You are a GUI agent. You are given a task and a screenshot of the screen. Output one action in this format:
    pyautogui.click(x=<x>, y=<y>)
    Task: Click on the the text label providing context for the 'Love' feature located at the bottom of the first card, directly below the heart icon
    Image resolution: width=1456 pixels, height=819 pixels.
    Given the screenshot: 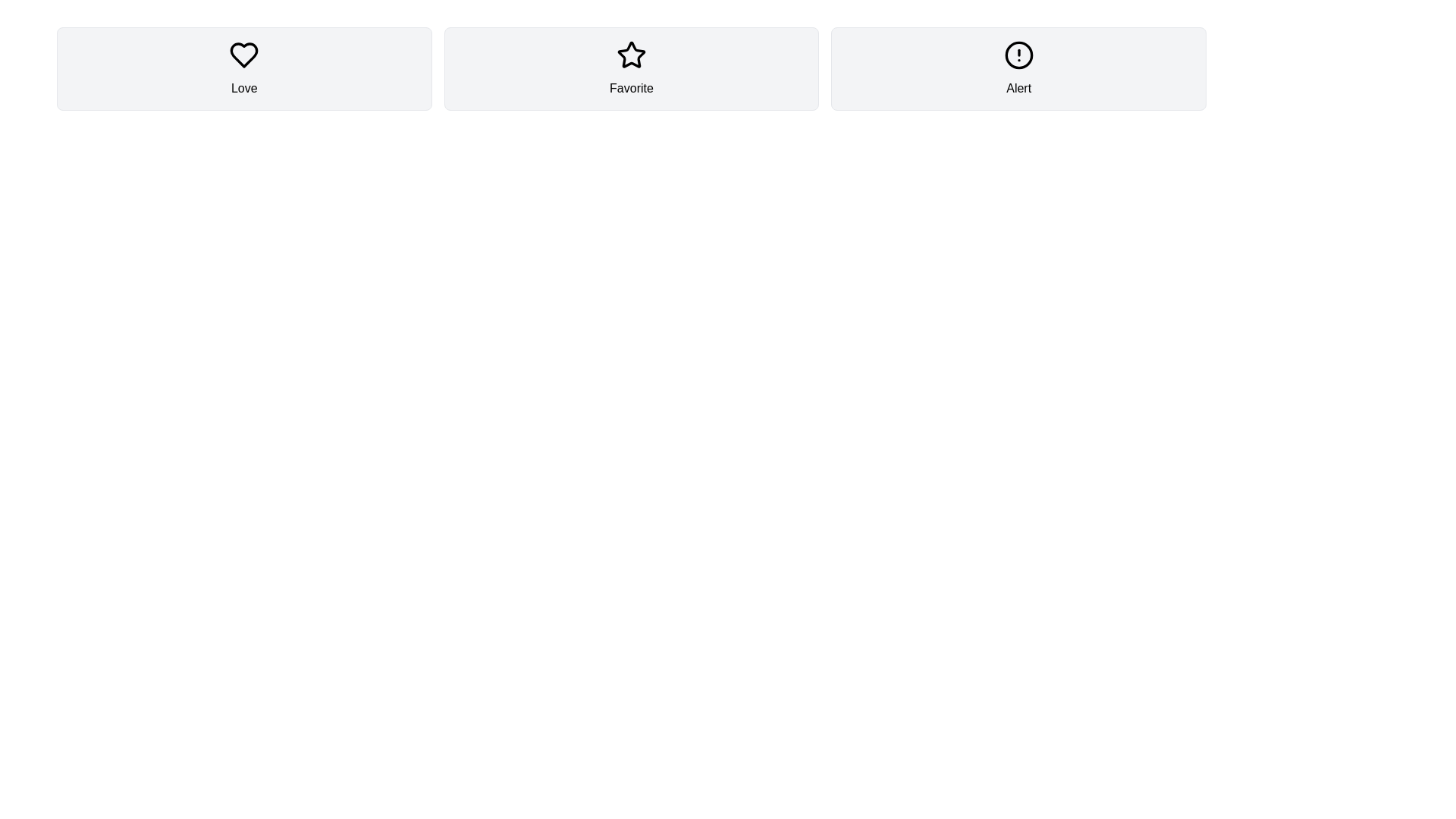 What is the action you would take?
    pyautogui.click(x=244, y=88)
    